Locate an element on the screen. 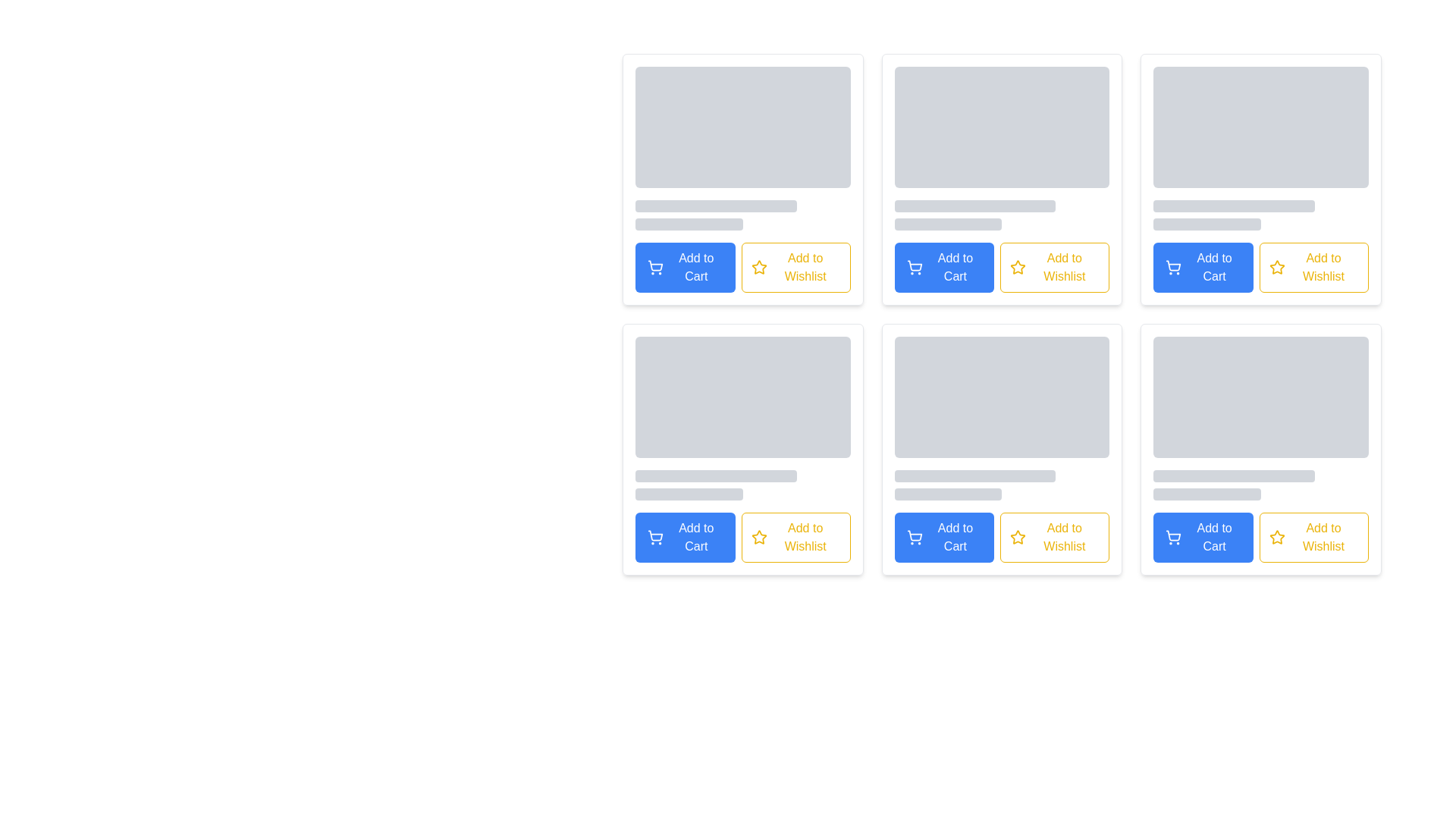  the blue 'Add to Cart' button that contains the shopping cart SVG icon, located in the bottom left corner of the product card is located at coordinates (1172, 265).